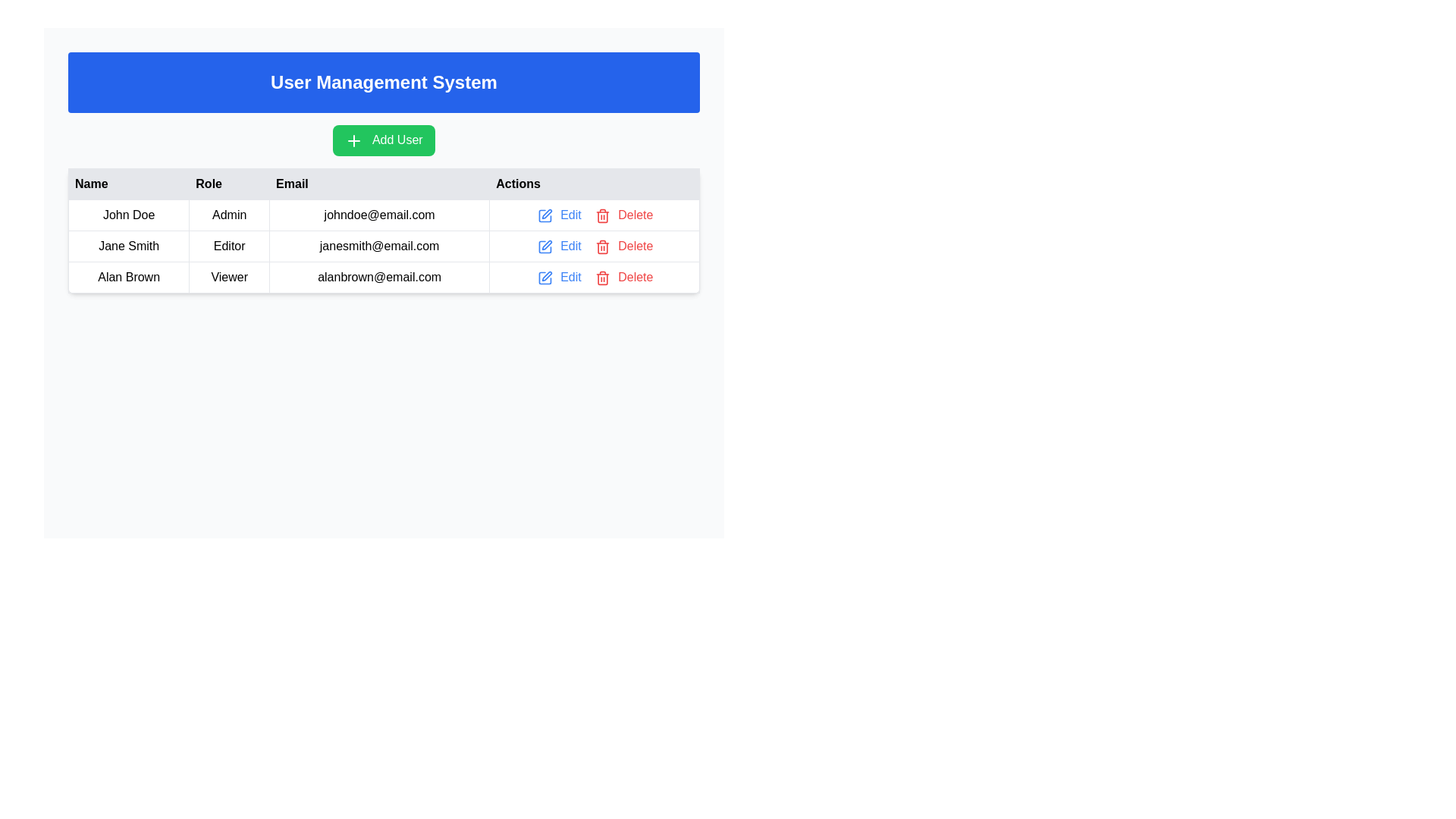 This screenshot has height=819, width=1456. Describe the element at coordinates (544, 215) in the screenshot. I see `the decorative graphic icon component on the left side of the 'Edit' icon in the 'Actions' column of the second row corresponding to 'Jane Smith'` at that location.